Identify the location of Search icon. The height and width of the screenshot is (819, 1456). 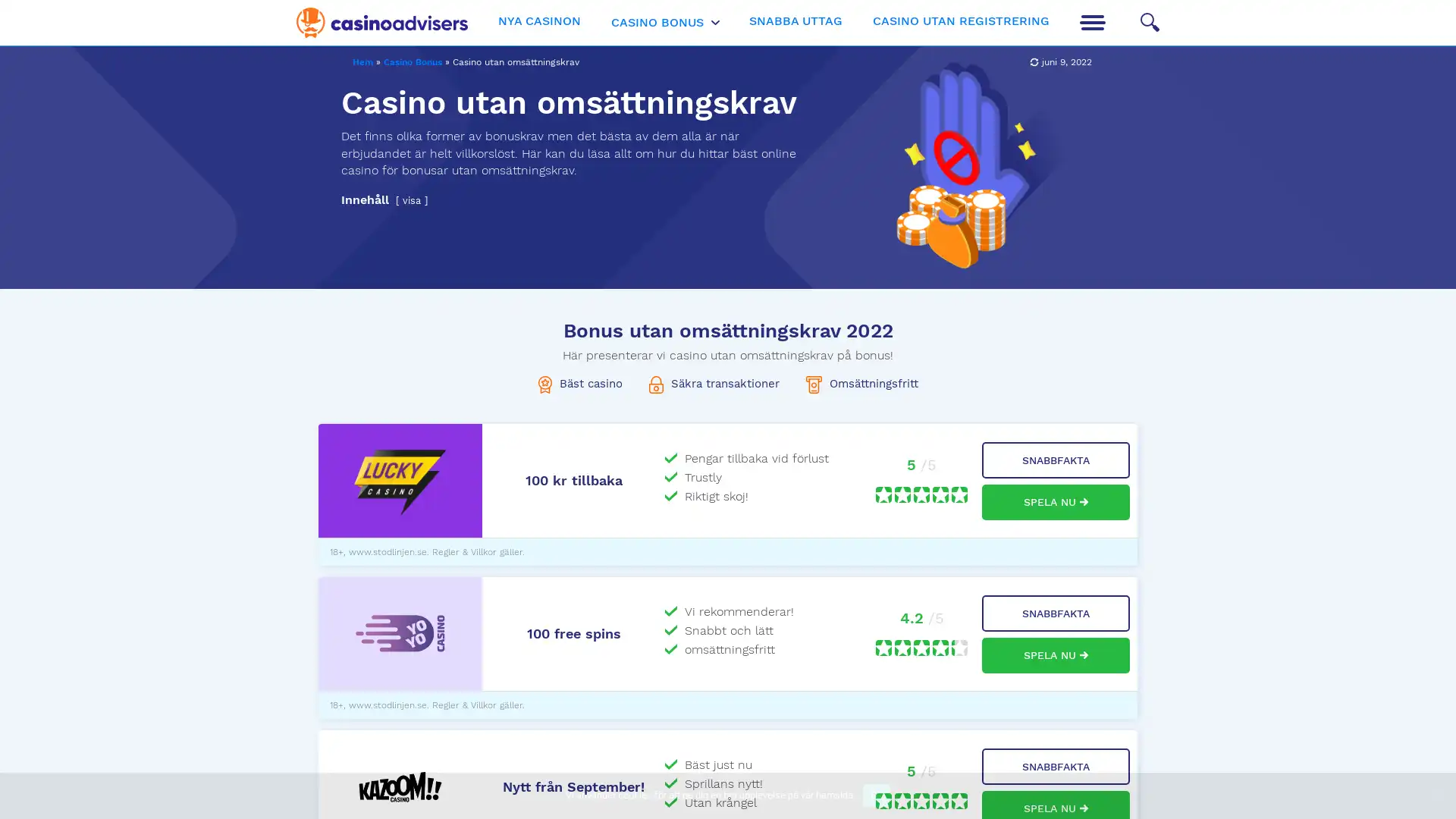
(1150, 22).